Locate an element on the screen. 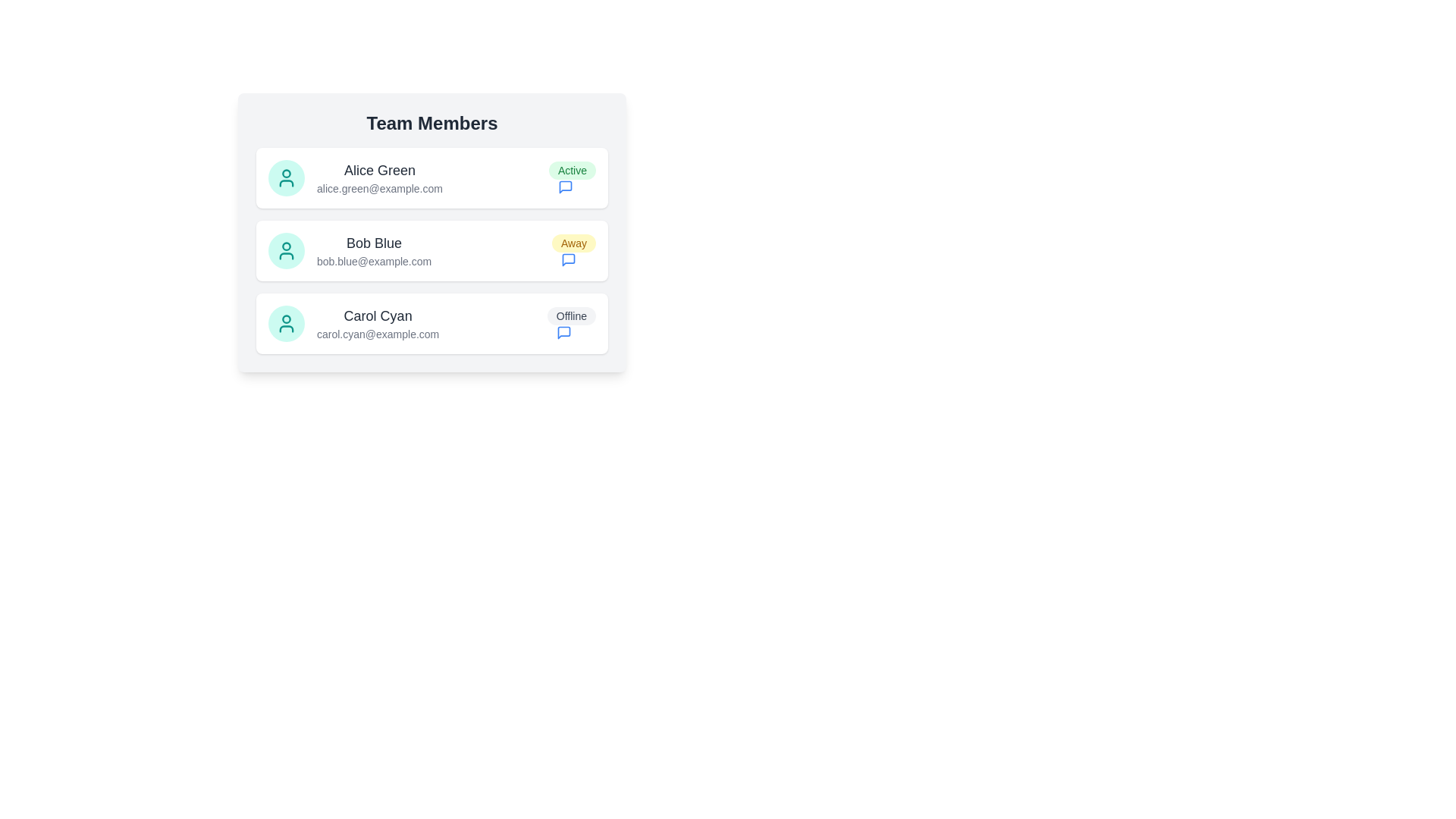 This screenshot has width=1456, height=819. the static SVG icon representing user 'Carol Cyan' in the third card of the 'Team Members' list is located at coordinates (287, 323).